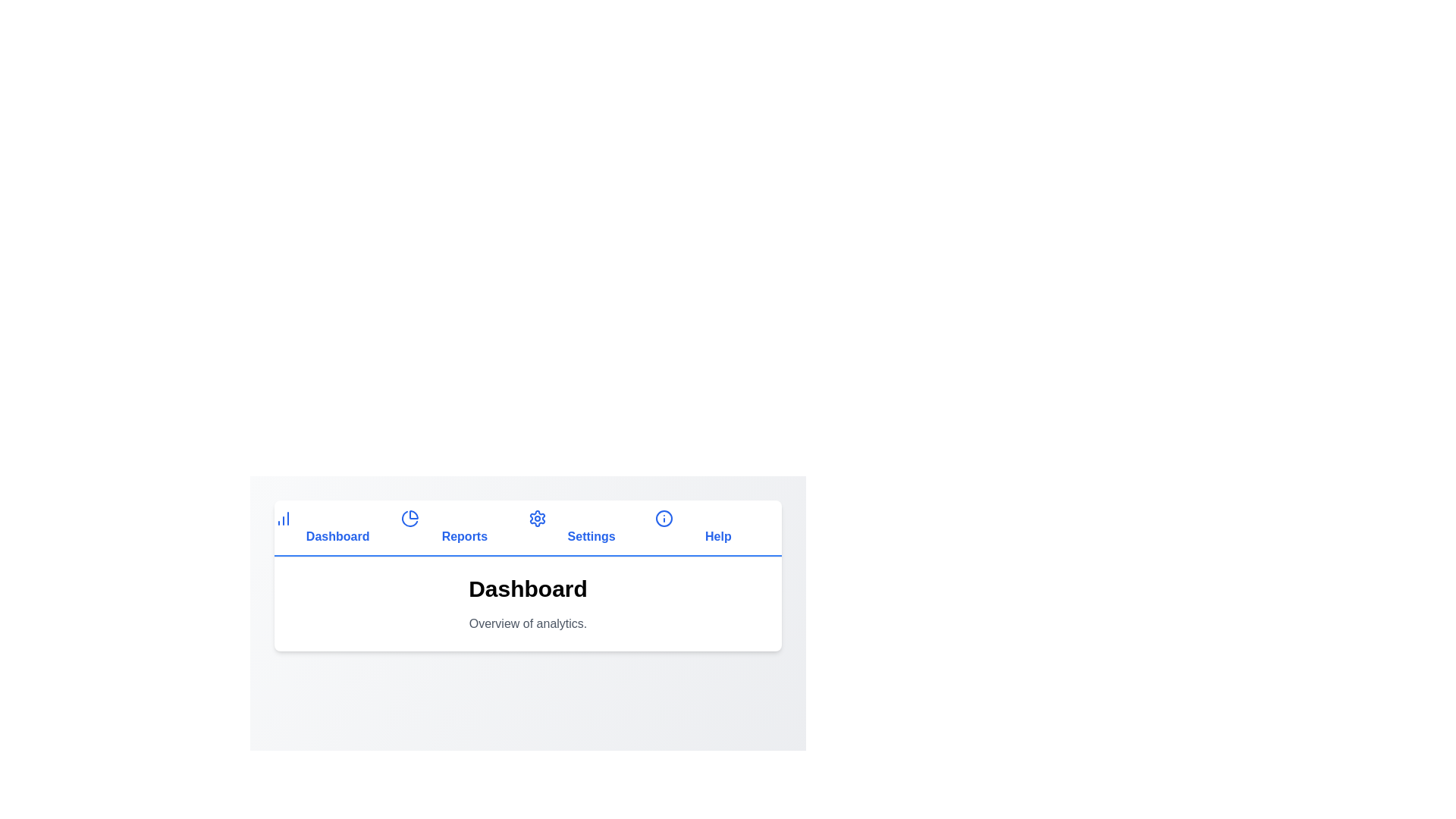 This screenshot has height=819, width=1456. What do you see at coordinates (717, 528) in the screenshot?
I see `the help button, which is the fourth menu item in the horizontal navigation bar, positioned centrally after the 'Settings' option` at bounding box center [717, 528].